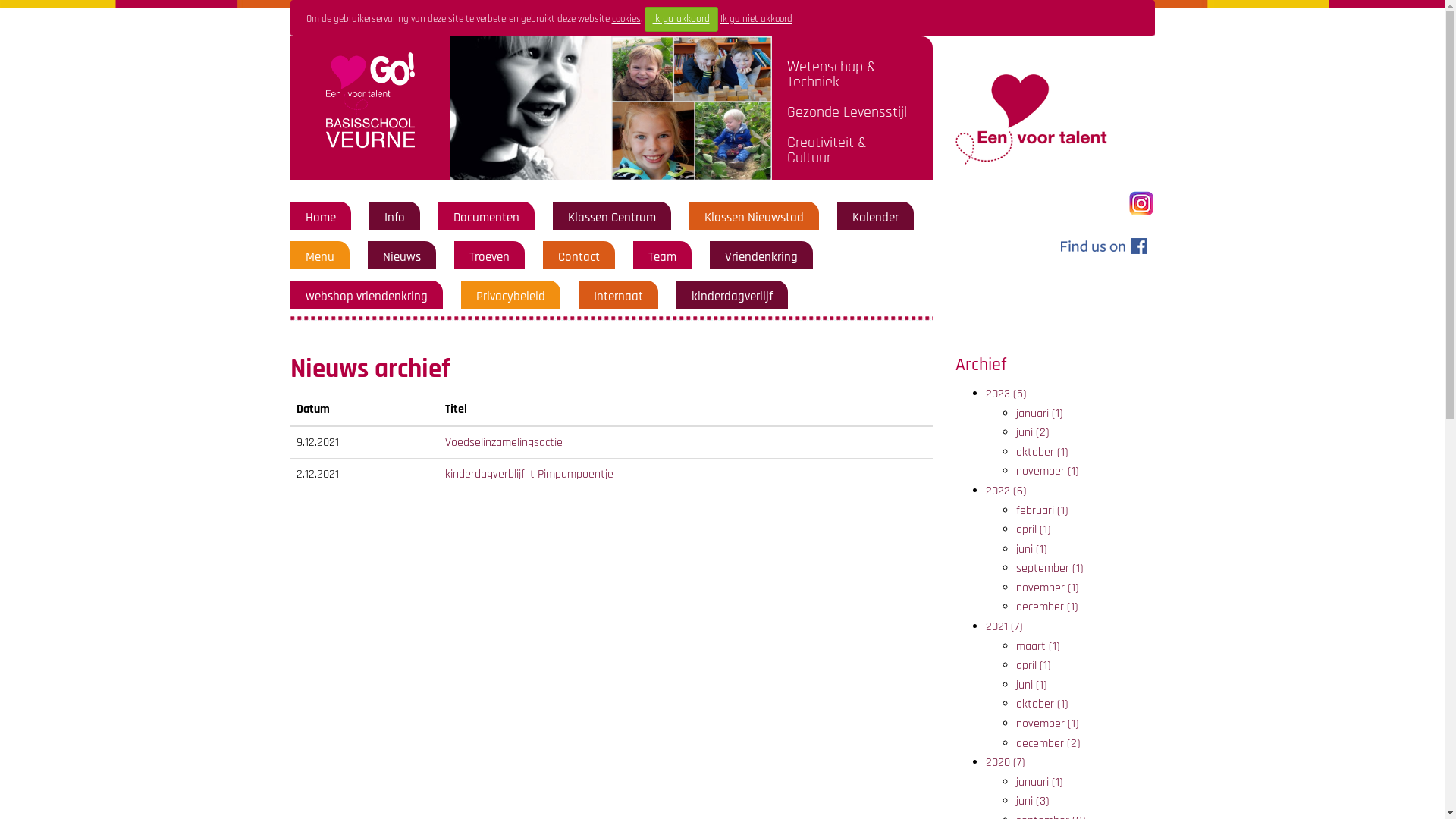 The height and width of the screenshot is (819, 1456). Describe the element at coordinates (319, 217) in the screenshot. I see `'Home'` at that location.